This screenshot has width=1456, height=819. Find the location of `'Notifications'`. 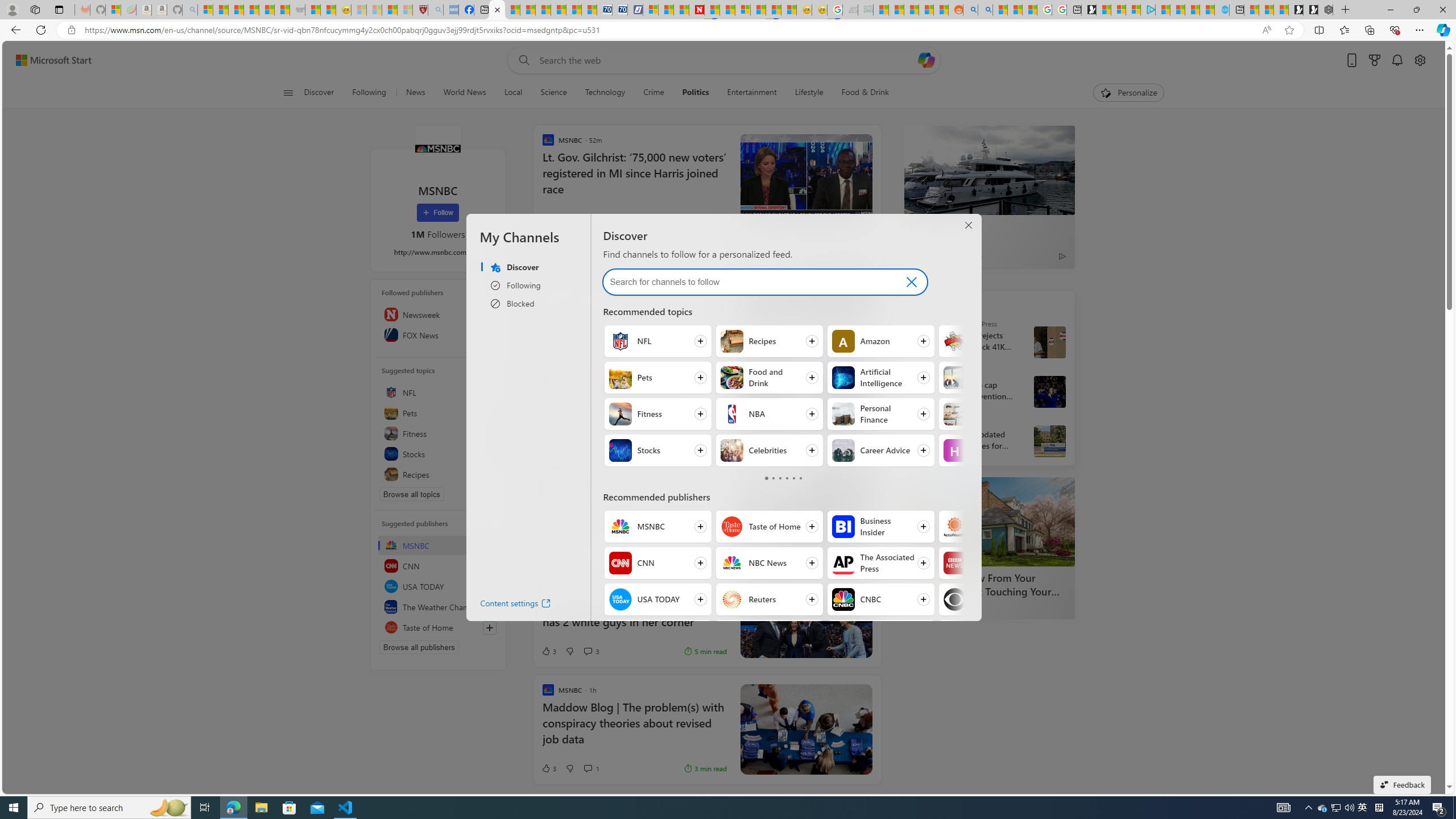

'Notifications' is located at coordinates (1397, 60).